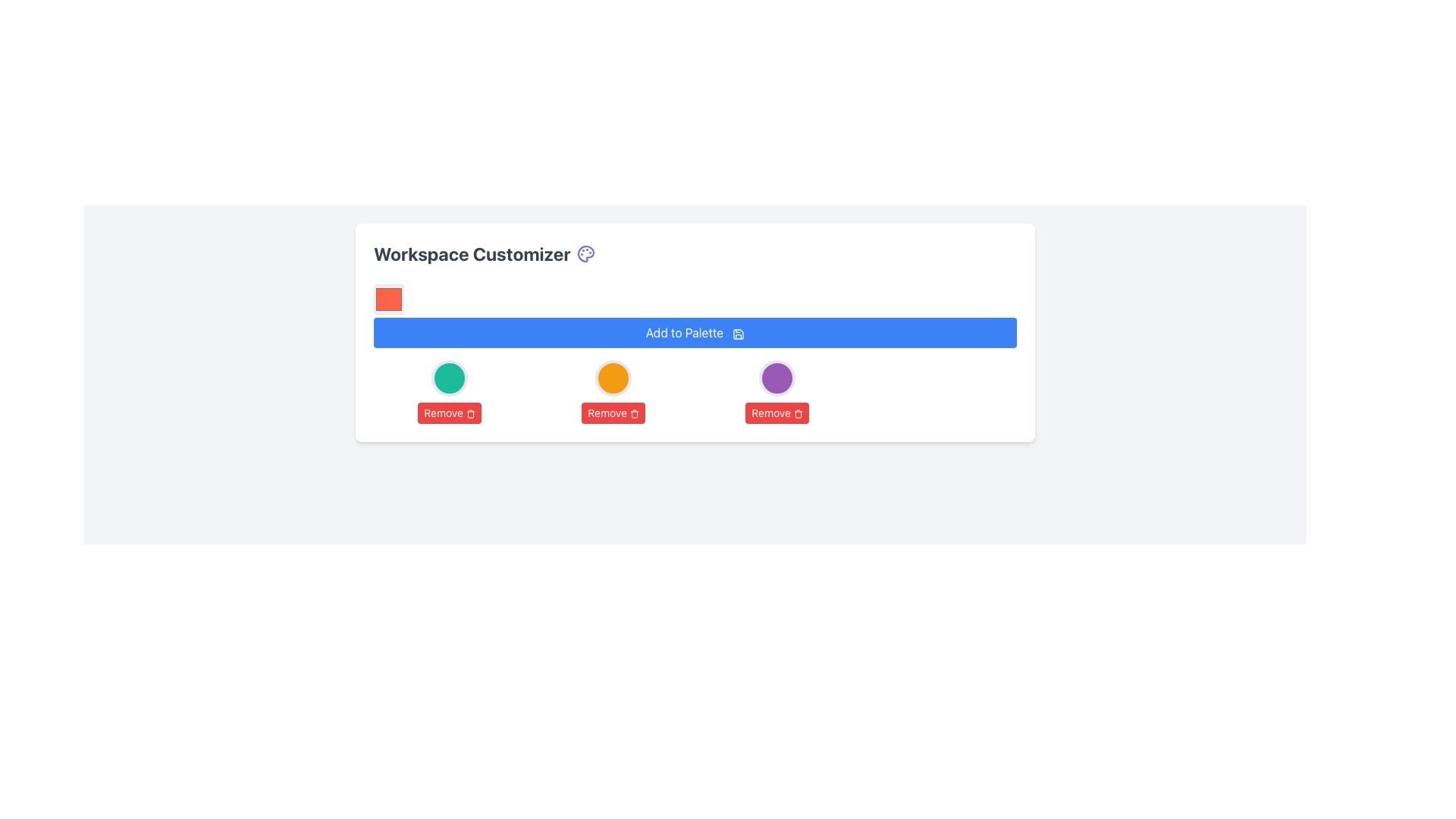 The width and height of the screenshot is (1456, 819). Describe the element at coordinates (797, 414) in the screenshot. I see `the trash icon with a red background, which is located inside the 'Remove' button beneath the green circular item` at that location.